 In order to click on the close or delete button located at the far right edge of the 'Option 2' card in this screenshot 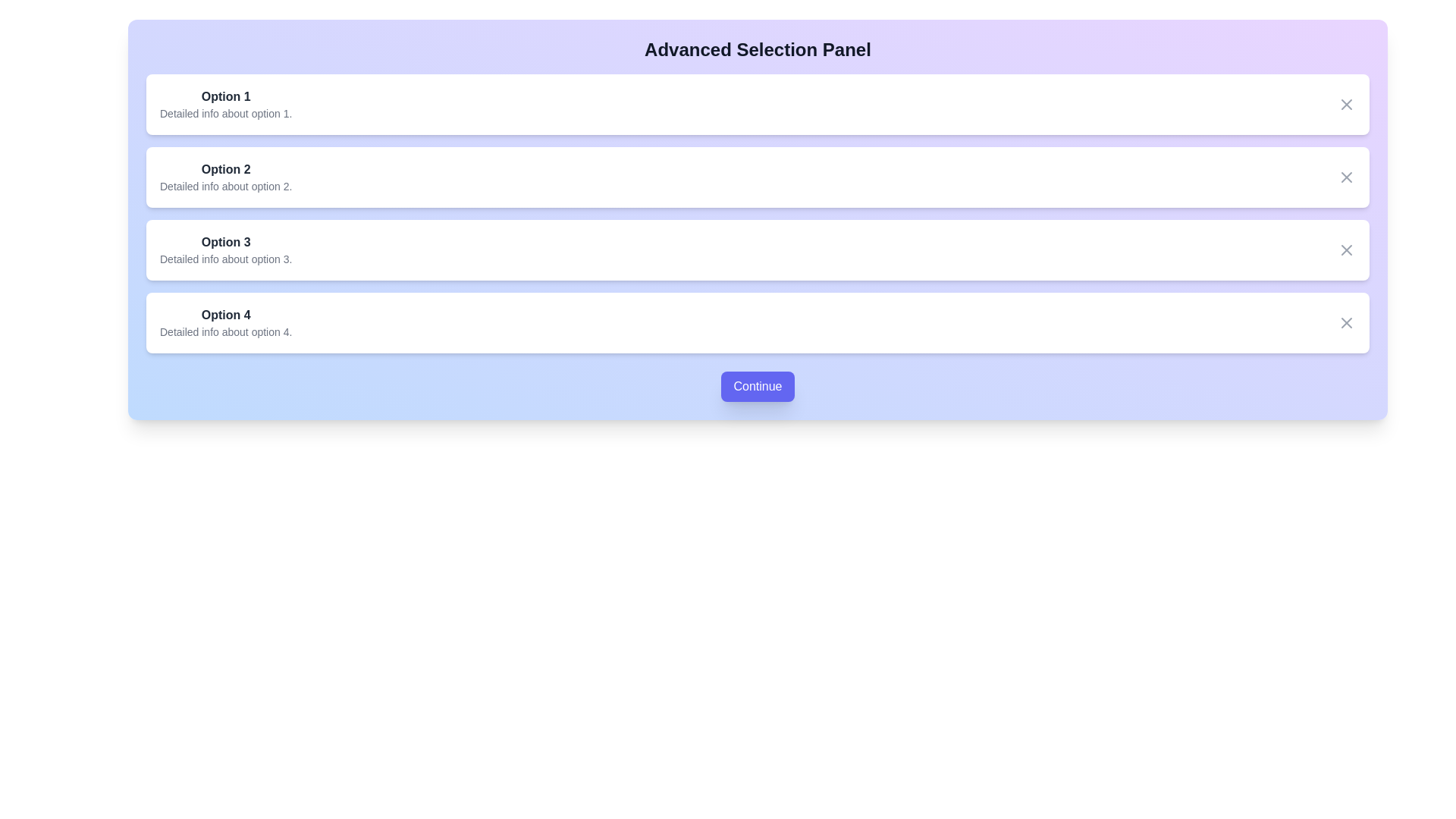, I will do `click(1347, 177)`.